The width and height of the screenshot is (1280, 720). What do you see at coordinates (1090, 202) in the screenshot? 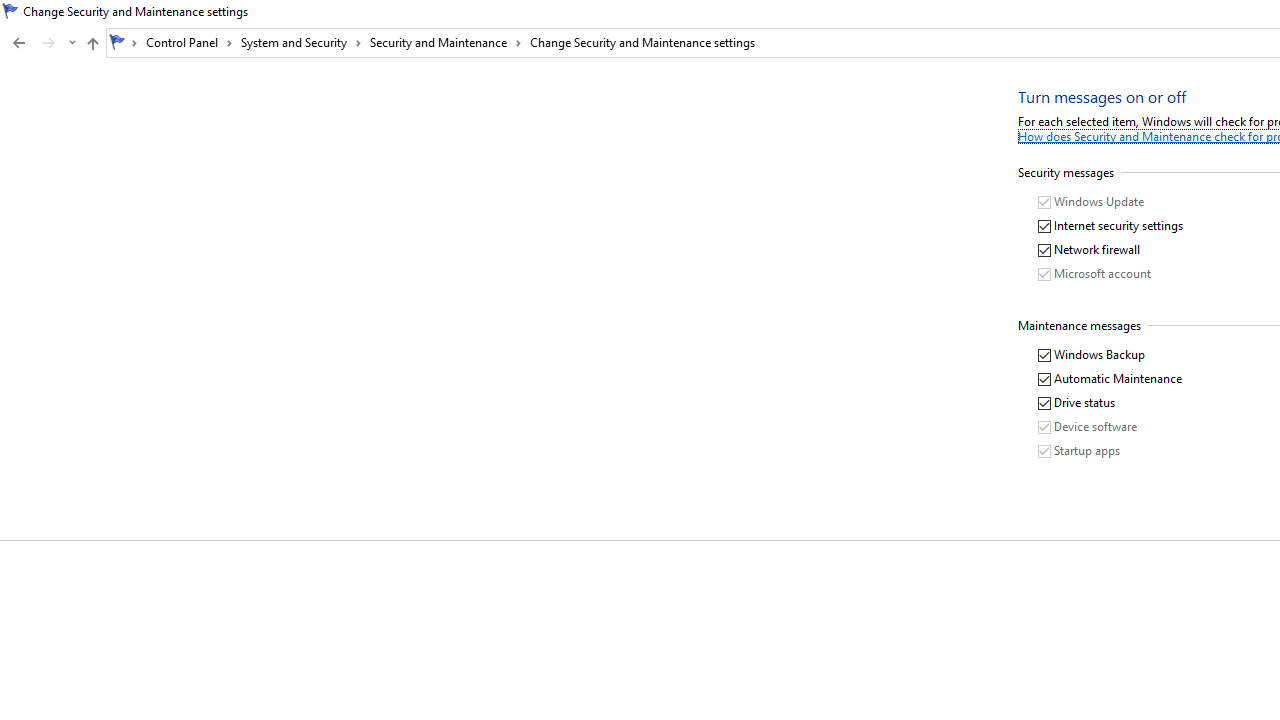
I see `'Windows Update'` at bounding box center [1090, 202].